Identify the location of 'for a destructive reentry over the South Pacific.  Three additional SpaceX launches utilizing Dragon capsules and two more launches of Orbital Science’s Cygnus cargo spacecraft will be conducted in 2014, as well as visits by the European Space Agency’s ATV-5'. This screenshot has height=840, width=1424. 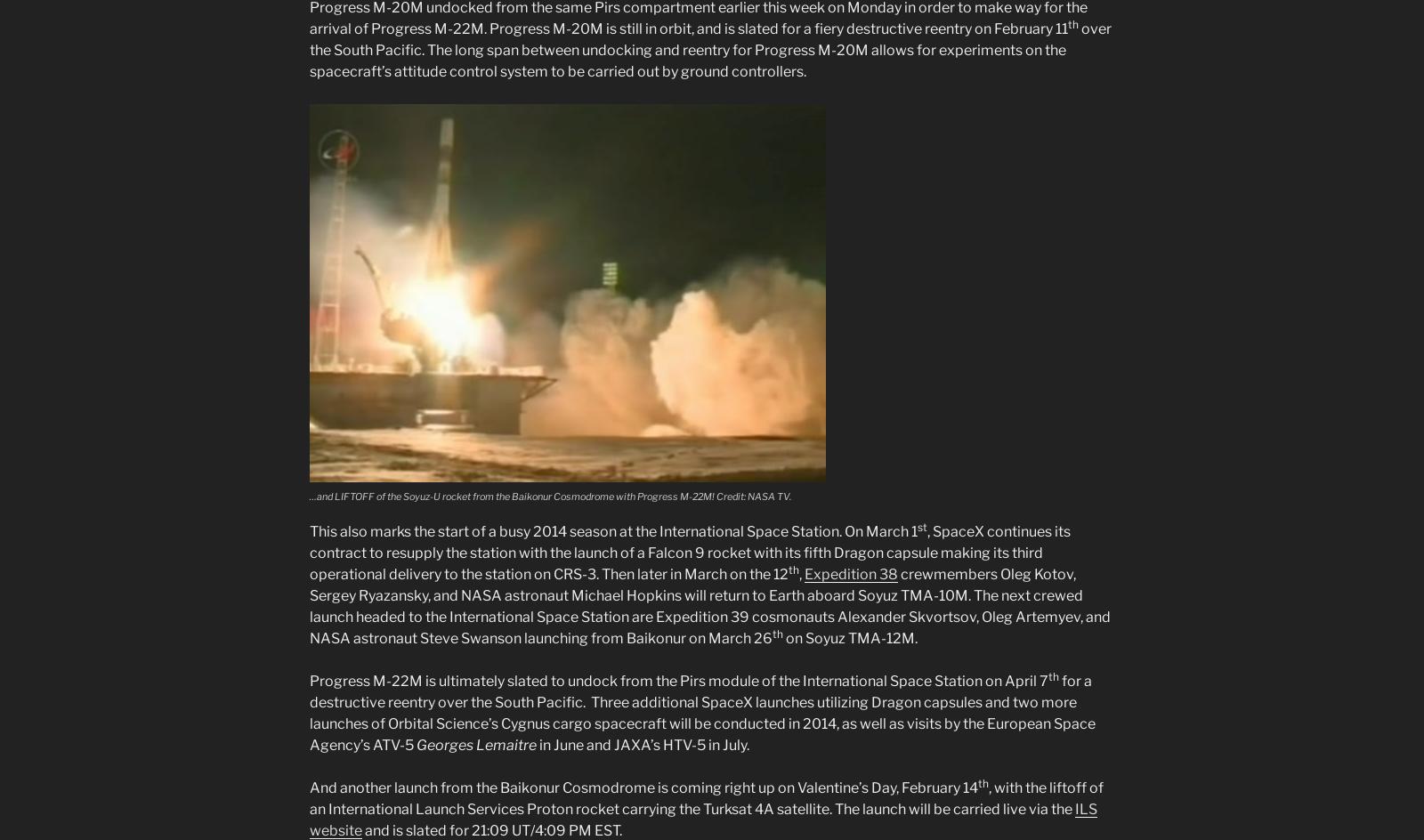
(702, 712).